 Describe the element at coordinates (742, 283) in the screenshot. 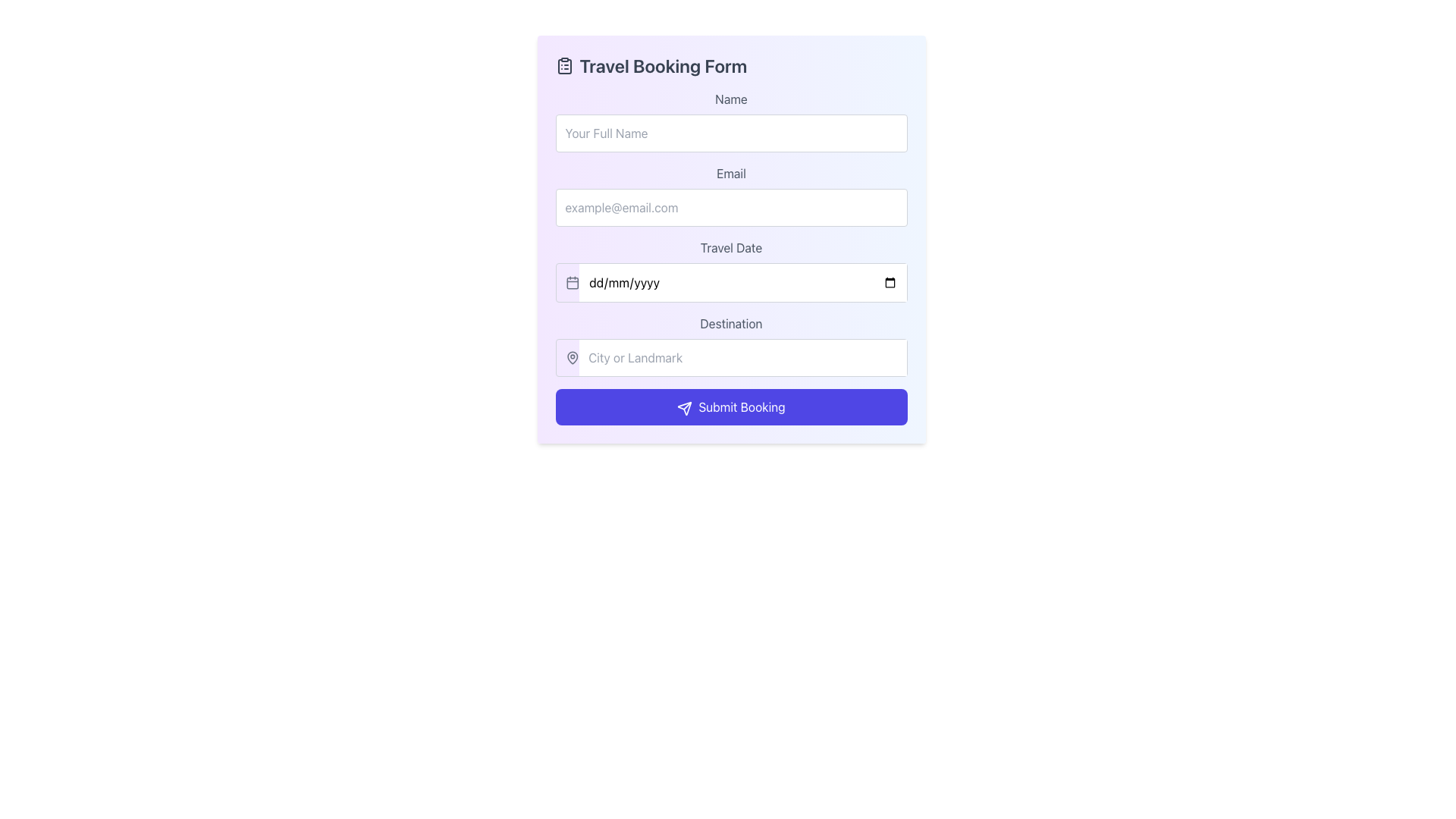

I see `the Date Input Field for 'Travel Date'` at that location.